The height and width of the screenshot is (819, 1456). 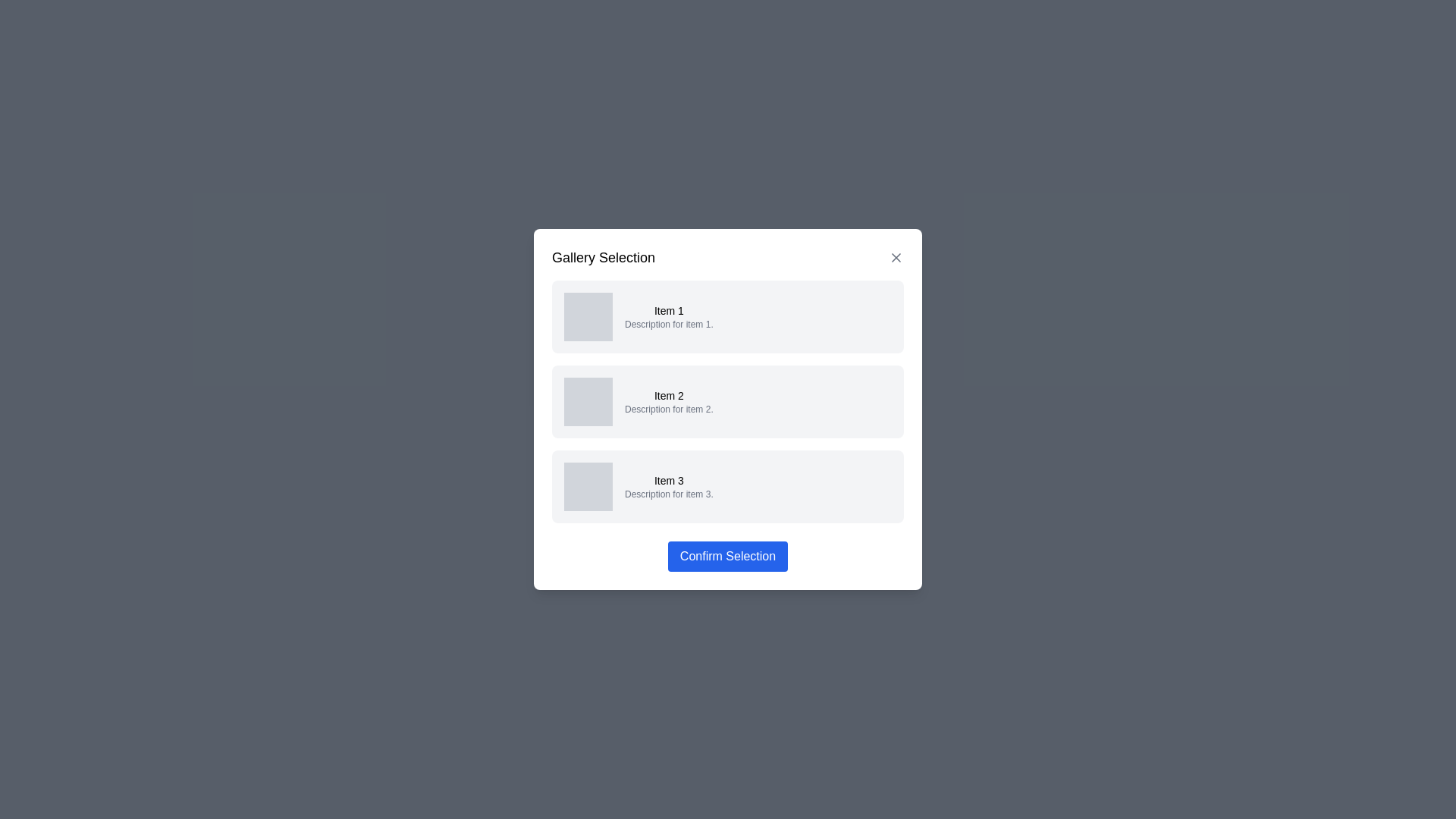 What do you see at coordinates (668, 400) in the screenshot?
I see `the text label containing 'Item 2' and 'Description for item 2.' in bold and lighter text, which is centrally aligned in the second card of a vertically stacked list` at bounding box center [668, 400].